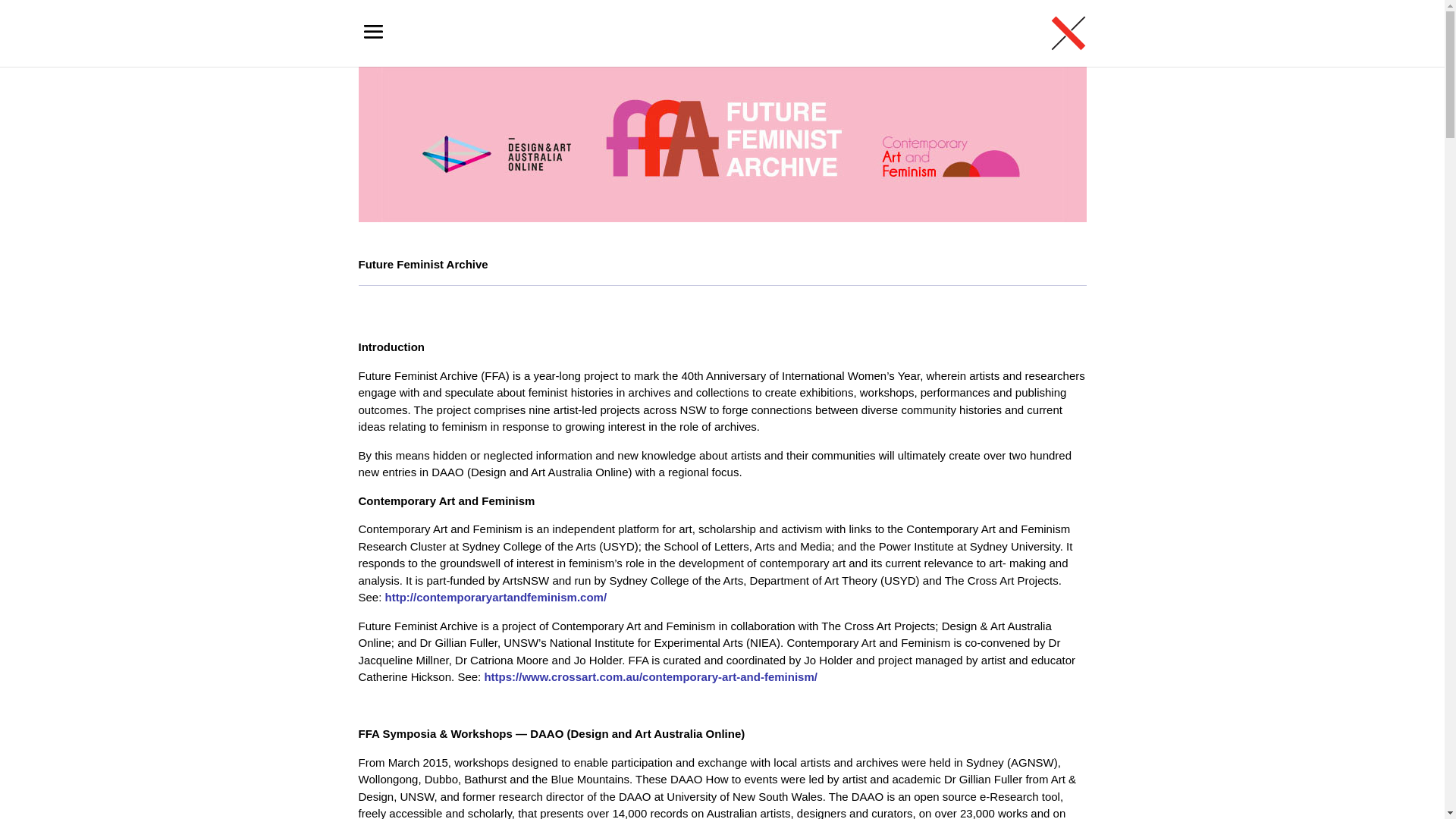 The width and height of the screenshot is (1456, 819). I want to click on 'http://contemporaryartandfeminism.com/', so click(496, 596).